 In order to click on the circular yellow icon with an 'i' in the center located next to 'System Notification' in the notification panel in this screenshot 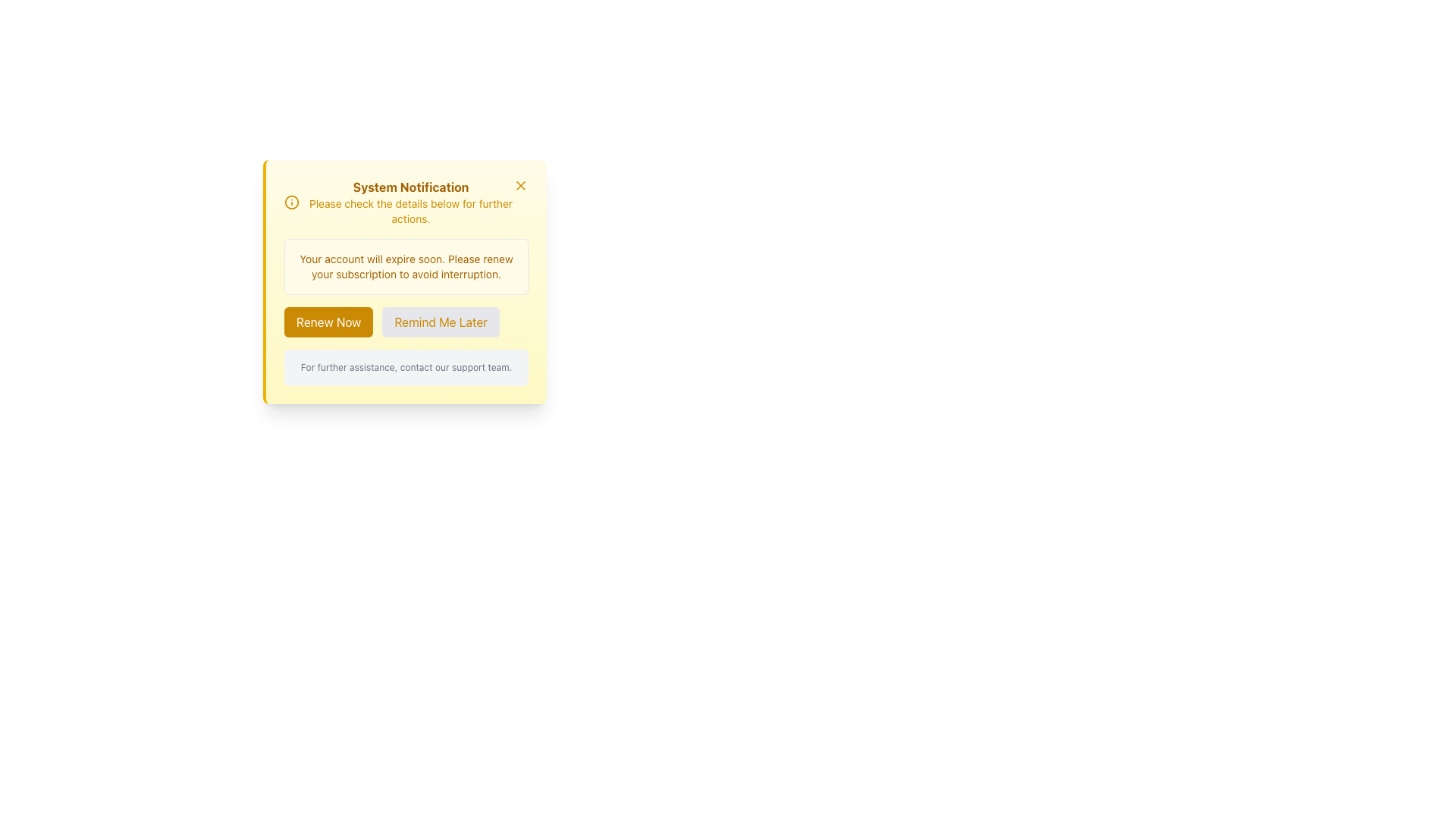, I will do `click(291, 201)`.